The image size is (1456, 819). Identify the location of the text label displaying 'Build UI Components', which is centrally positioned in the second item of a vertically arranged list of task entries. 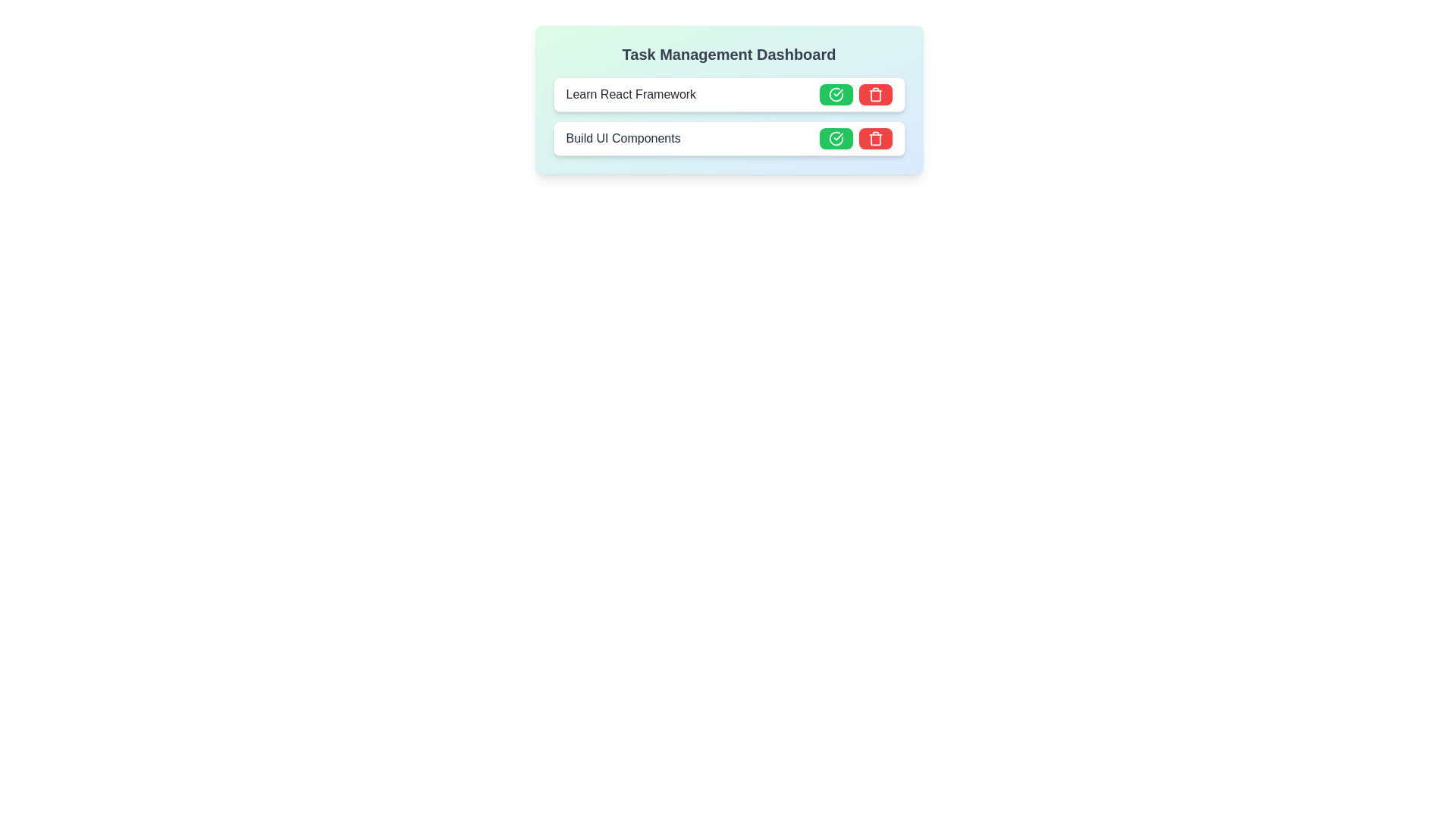
(623, 138).